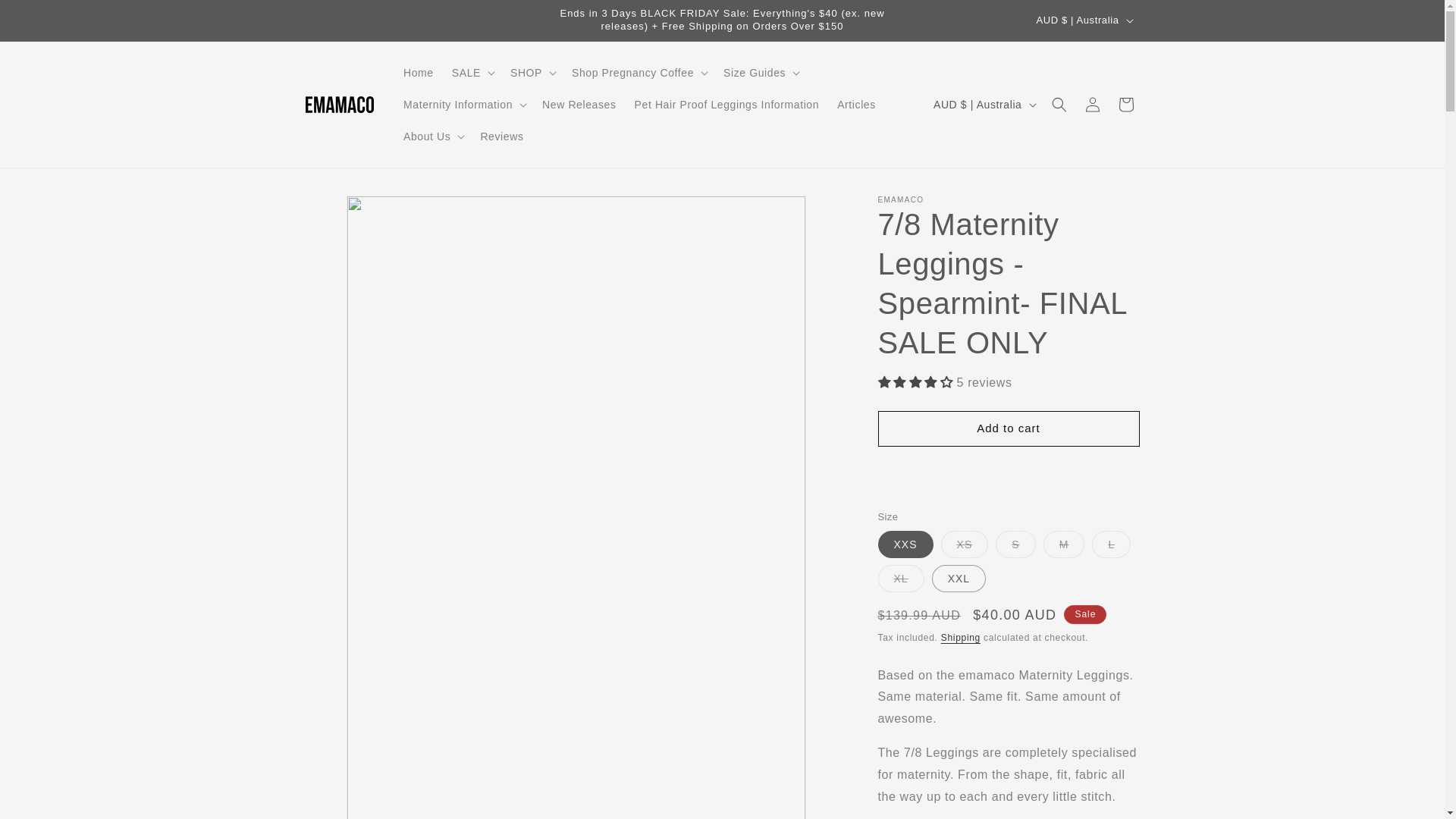  I want to click on 'Home', so click(419, 73).